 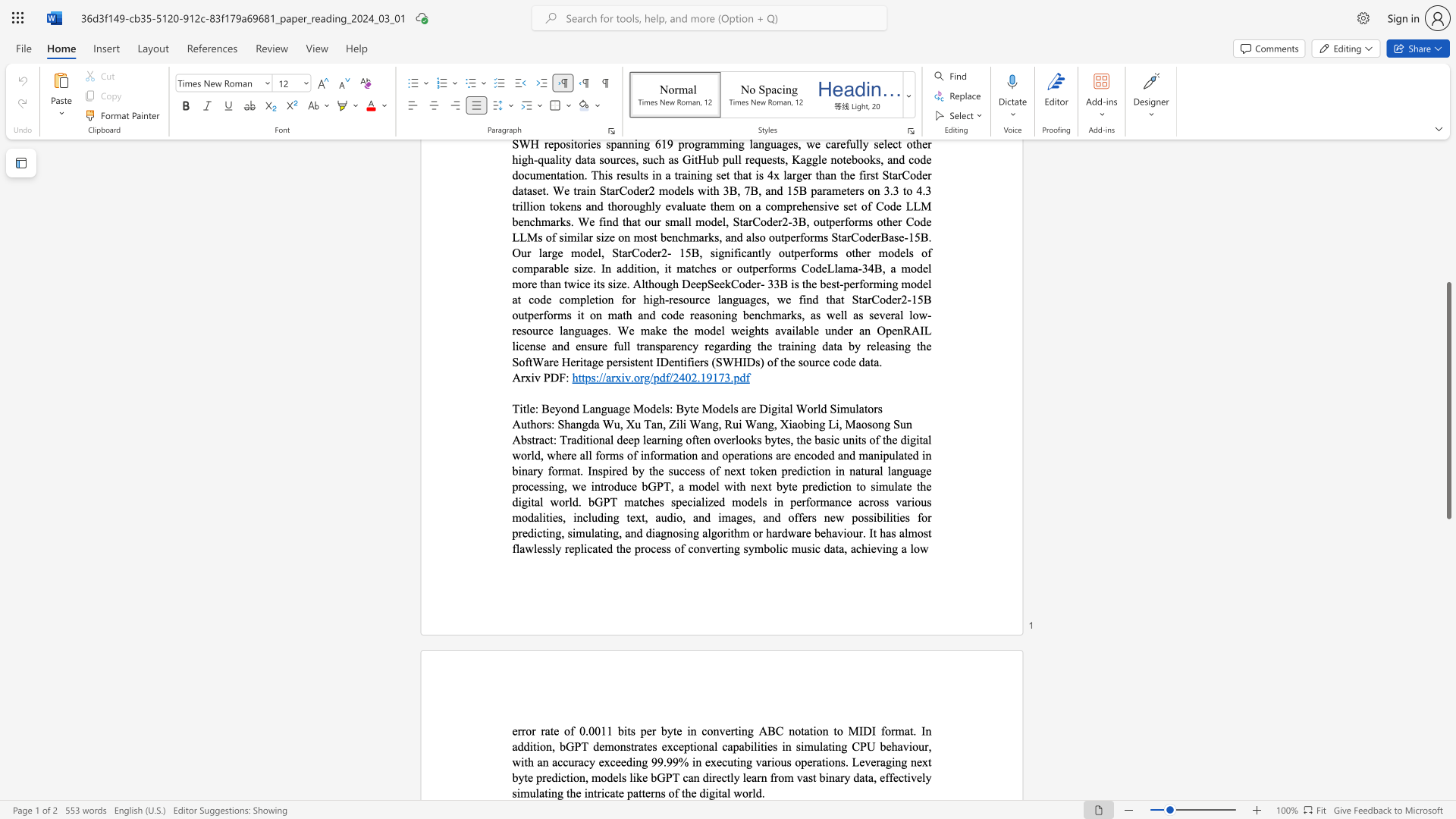 I want to click on the subset text "s in simulating CPU behaviour, with an accuracy exceeding 99.99% in executing various operations. Leveraging next byte prediction, models like bGPT can directly learn from vast binary data, effectively simulating the intricate patterns of the digital wo" within the text "error rate of 0.0011 bits per byte in converting ABC notation to MIDI format. In addition, bGPT demonstrates exceptional capabilities in simulating CPU behaviour, with an accuracy exceeding 99.99% in executing various operations. Leveraging next byte prediction, models like bGPT can directly learn from vast binary data, effectively simulating the intricate patterns of the digital world.", so click(x=773, y=745).